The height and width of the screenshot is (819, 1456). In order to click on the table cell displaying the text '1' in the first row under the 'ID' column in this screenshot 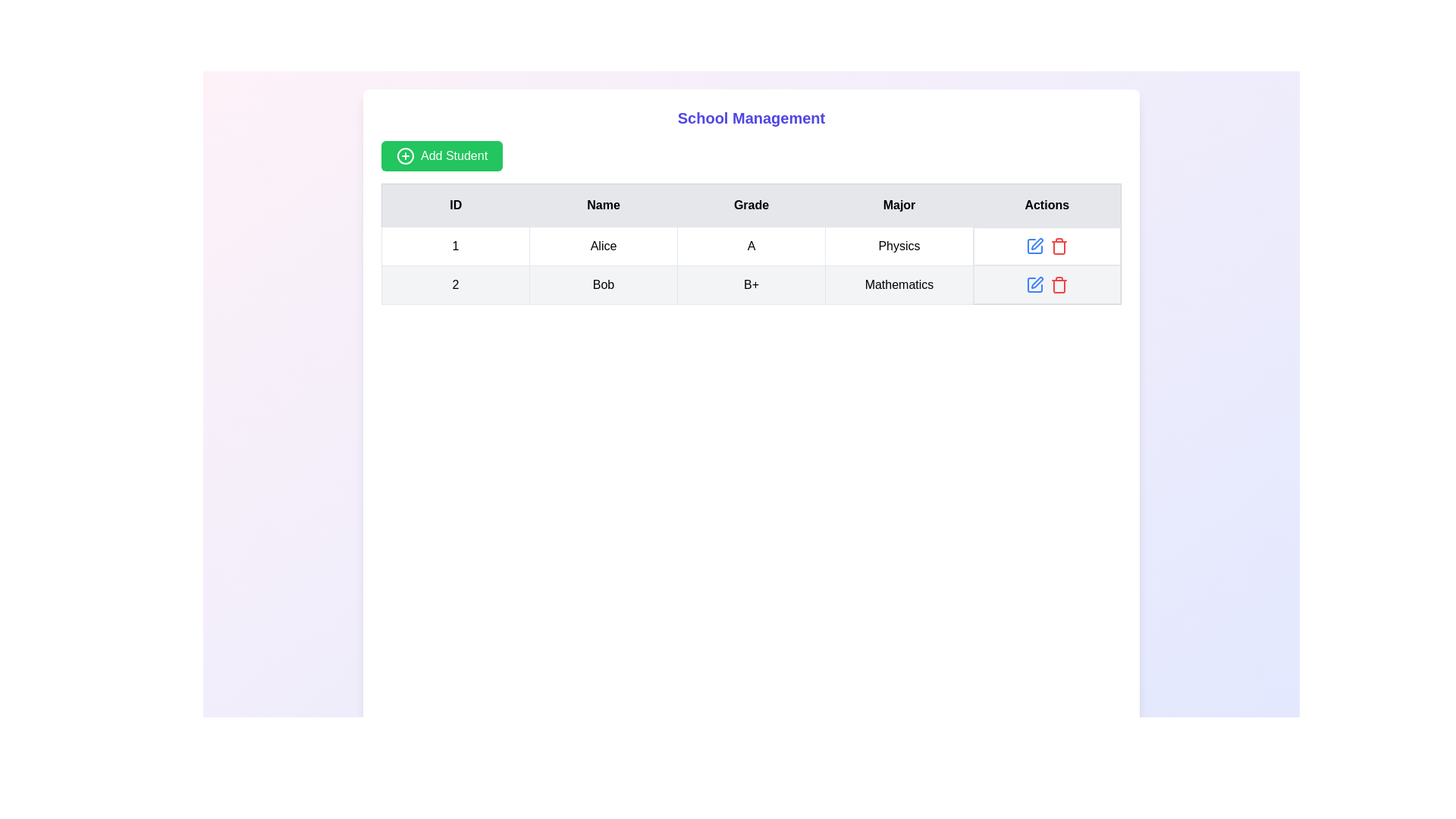, I will do `click(454, 245)`.